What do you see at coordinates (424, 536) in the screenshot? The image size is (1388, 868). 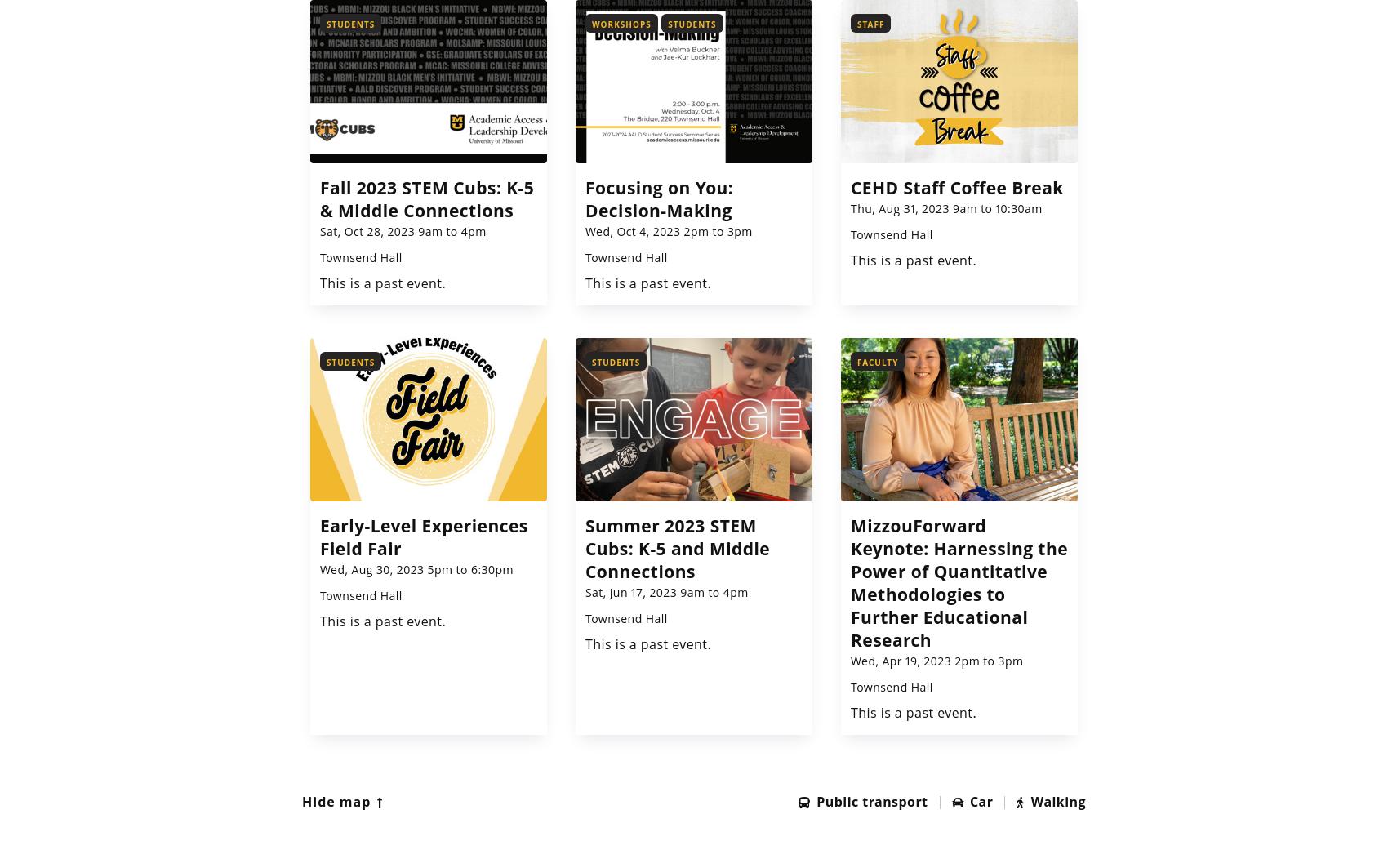 I see `'Early-Level Experiences Field Fair'` at bounding box center [424, 536].